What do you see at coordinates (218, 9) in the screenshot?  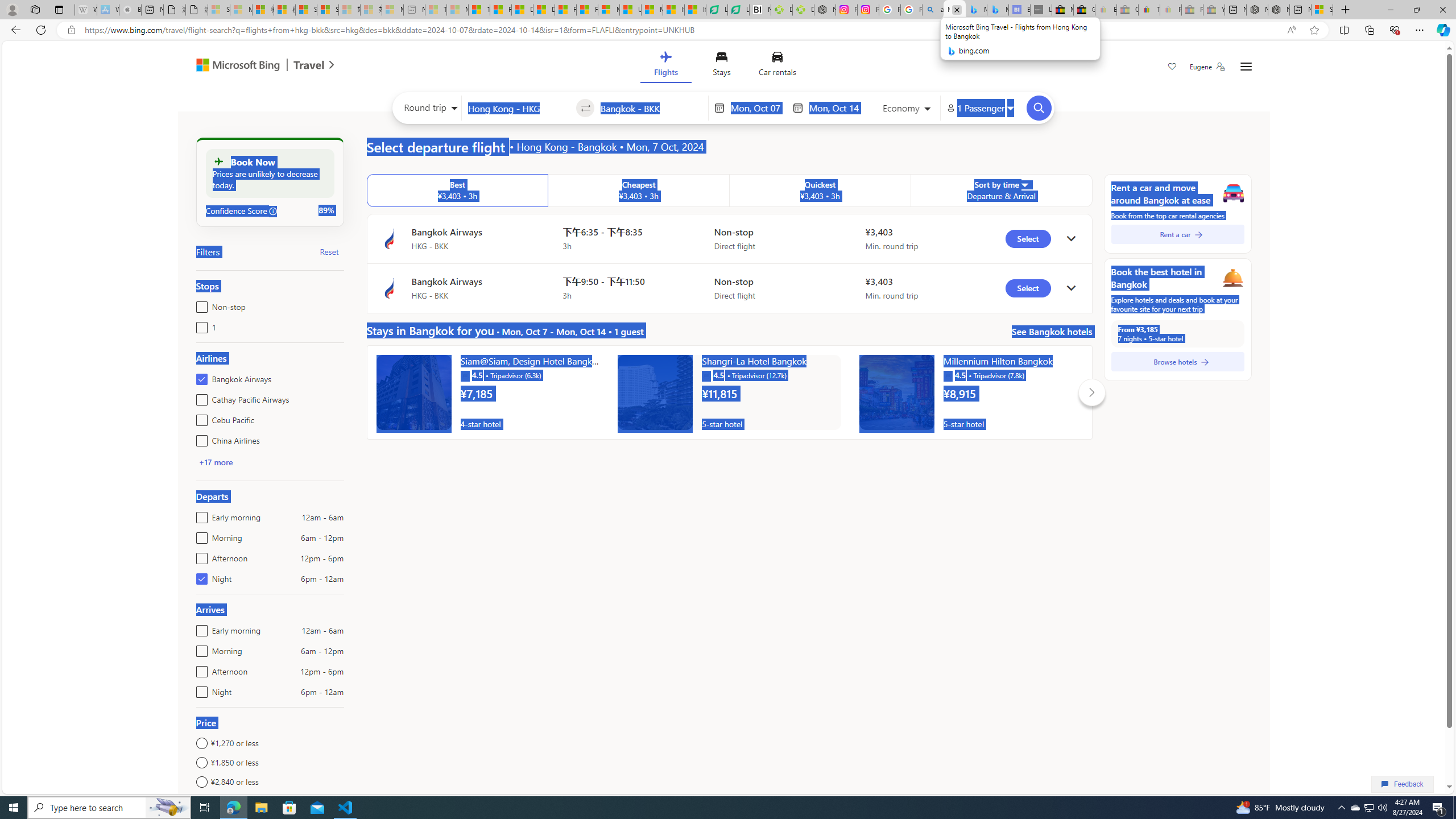 I see `'Sign in to your Microsoft account - Sleeping'` at bounding box center [218, 9].